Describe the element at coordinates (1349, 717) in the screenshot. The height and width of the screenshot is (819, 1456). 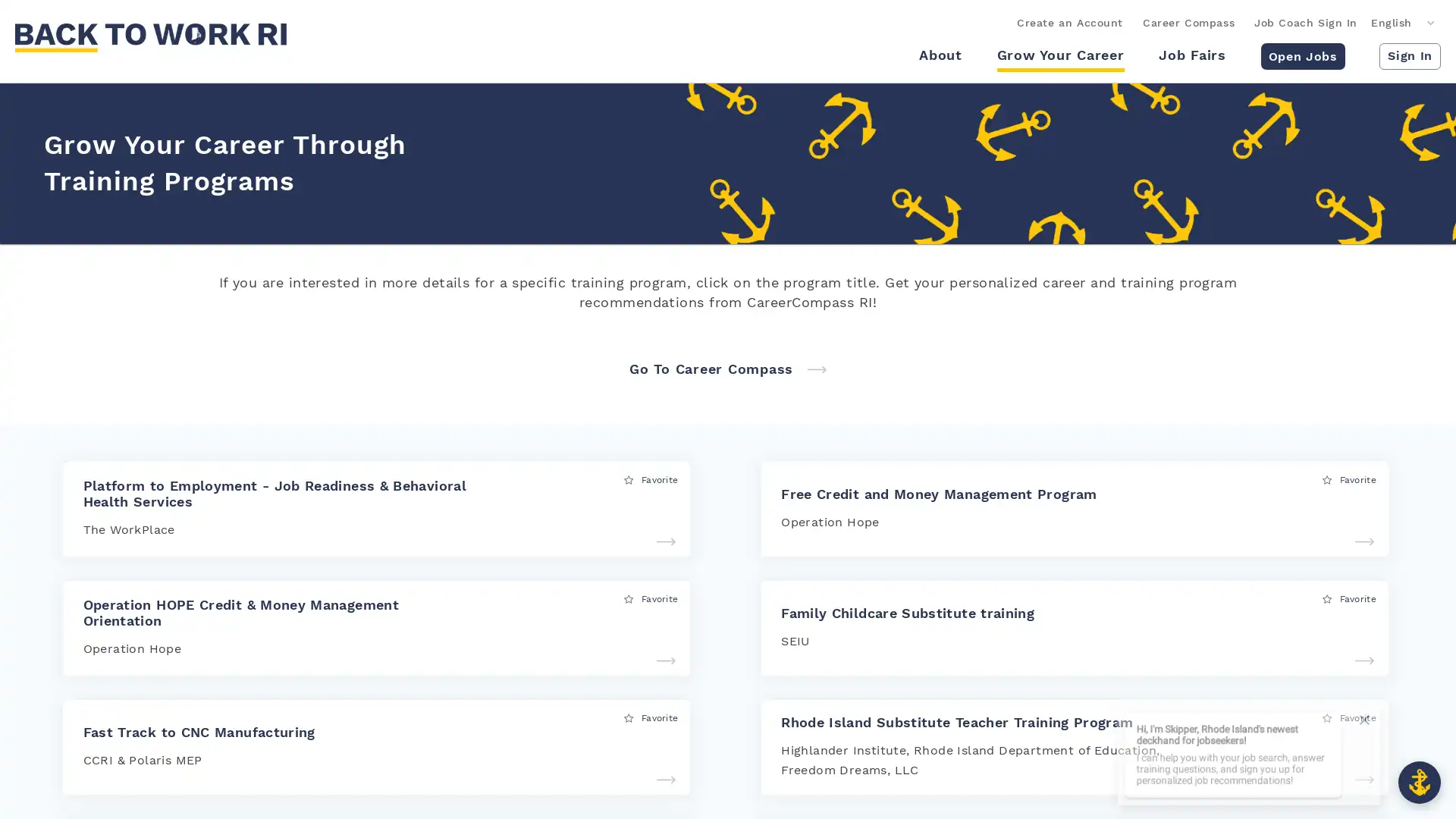
I see `not favorite Favorite` at that location.